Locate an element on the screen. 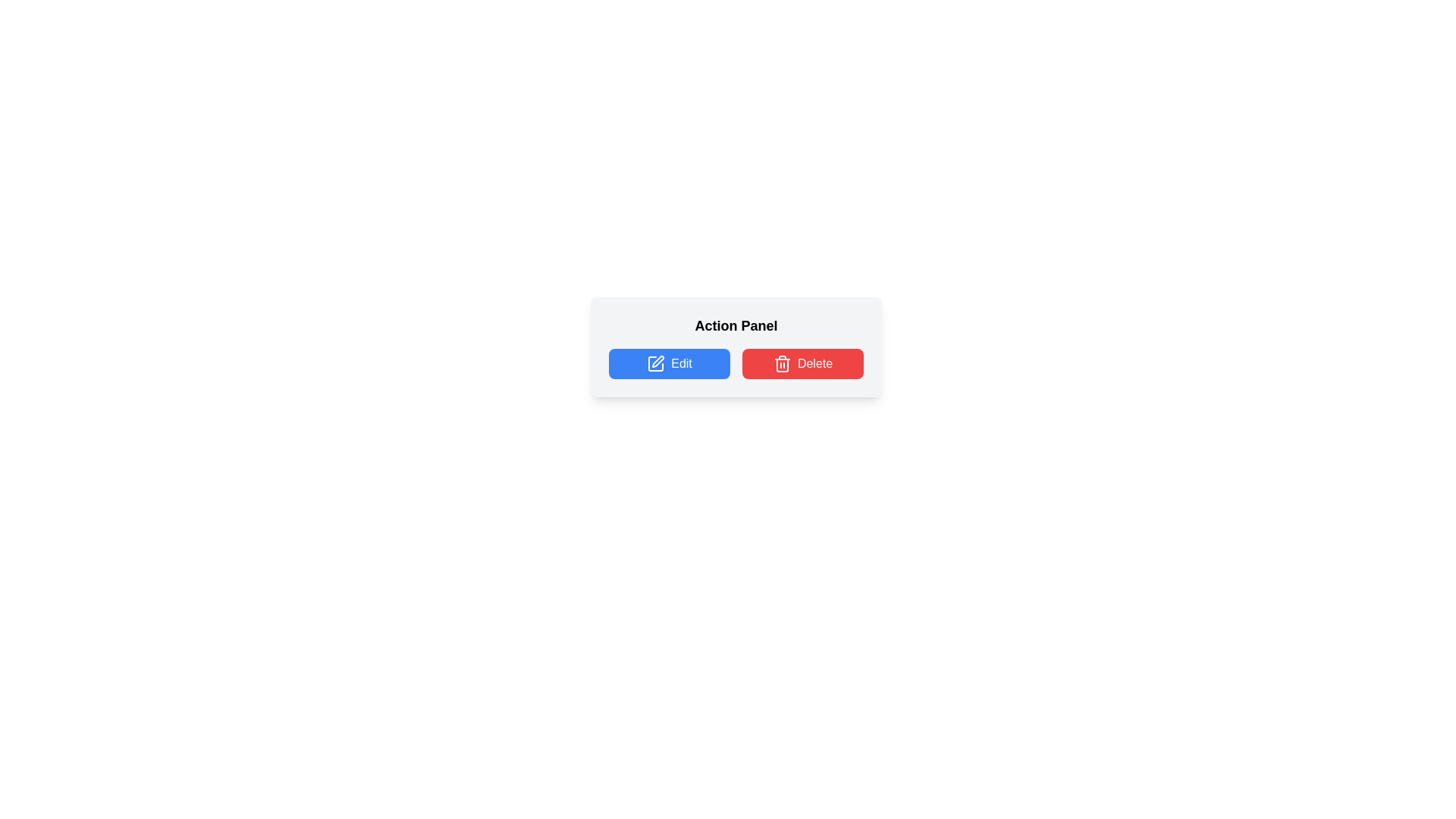  the edit icon within the blue button, which represents an editing action is located at coordinates (656, 363).